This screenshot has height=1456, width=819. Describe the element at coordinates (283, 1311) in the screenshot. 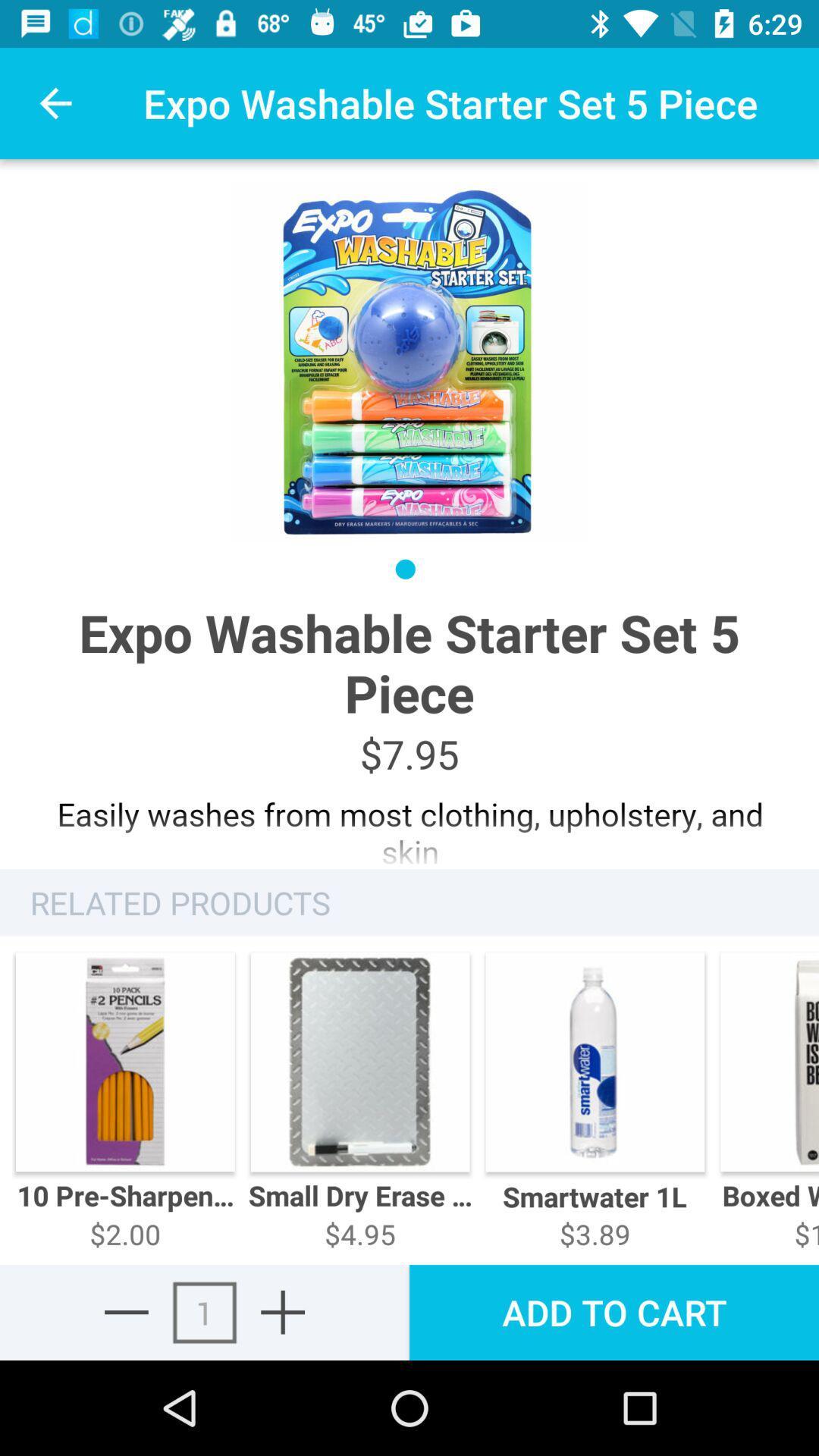

I see `the add icon` at that location.